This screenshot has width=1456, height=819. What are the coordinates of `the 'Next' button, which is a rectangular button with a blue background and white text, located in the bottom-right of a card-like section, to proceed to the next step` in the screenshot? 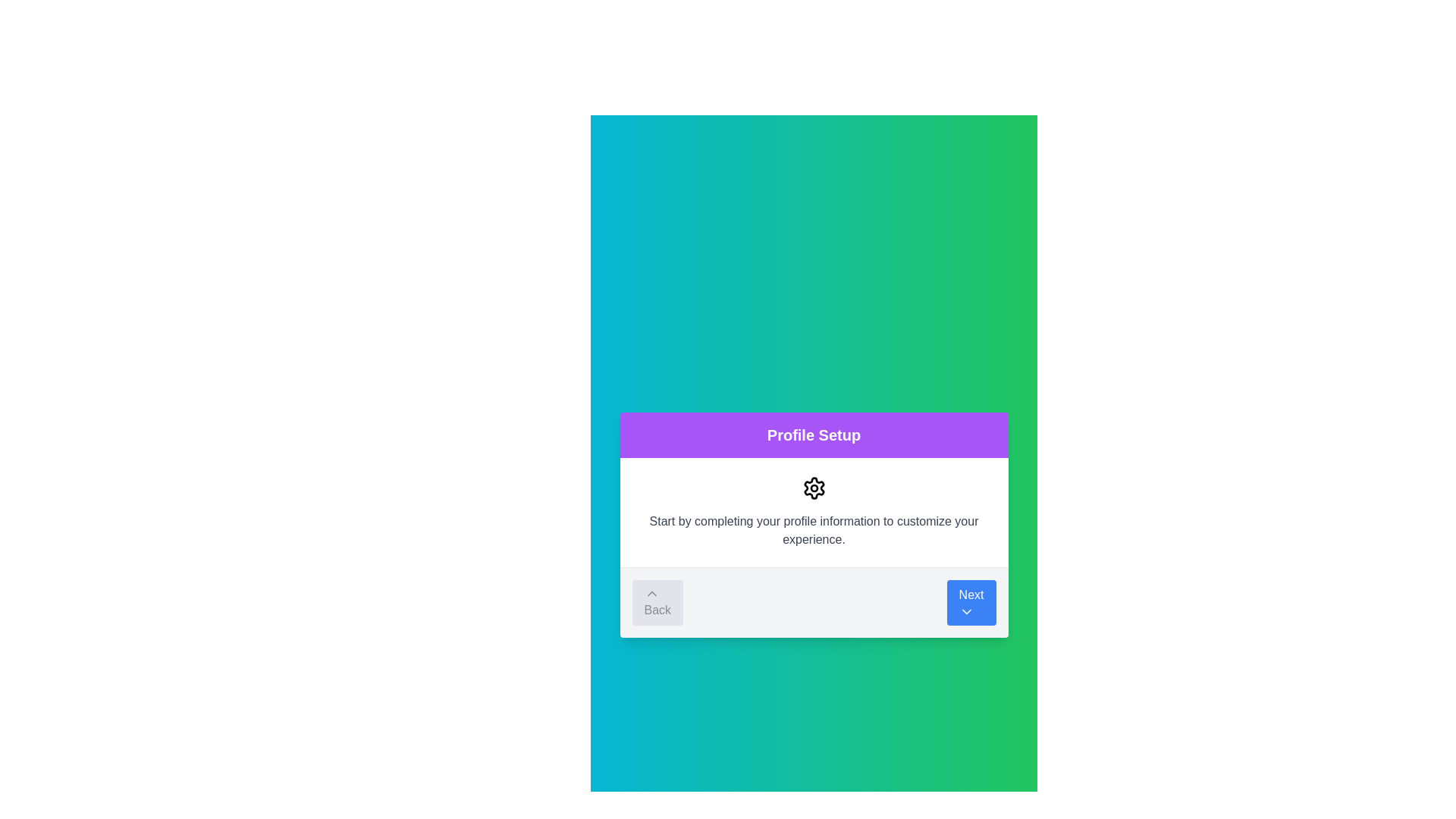 It's located at (971, 601).